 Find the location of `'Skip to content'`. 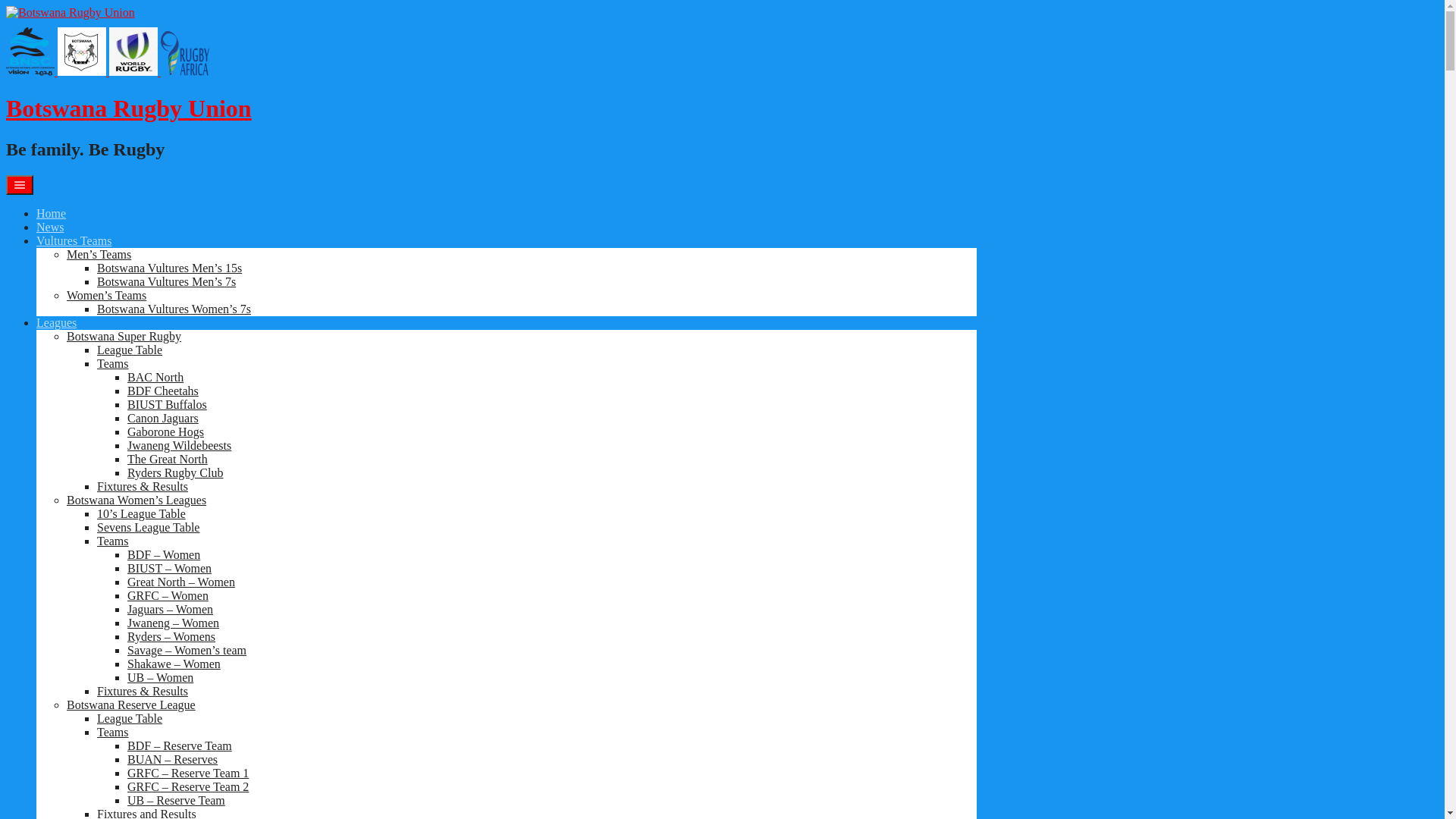

'Skip to content' is located at coordinates (5, 5).